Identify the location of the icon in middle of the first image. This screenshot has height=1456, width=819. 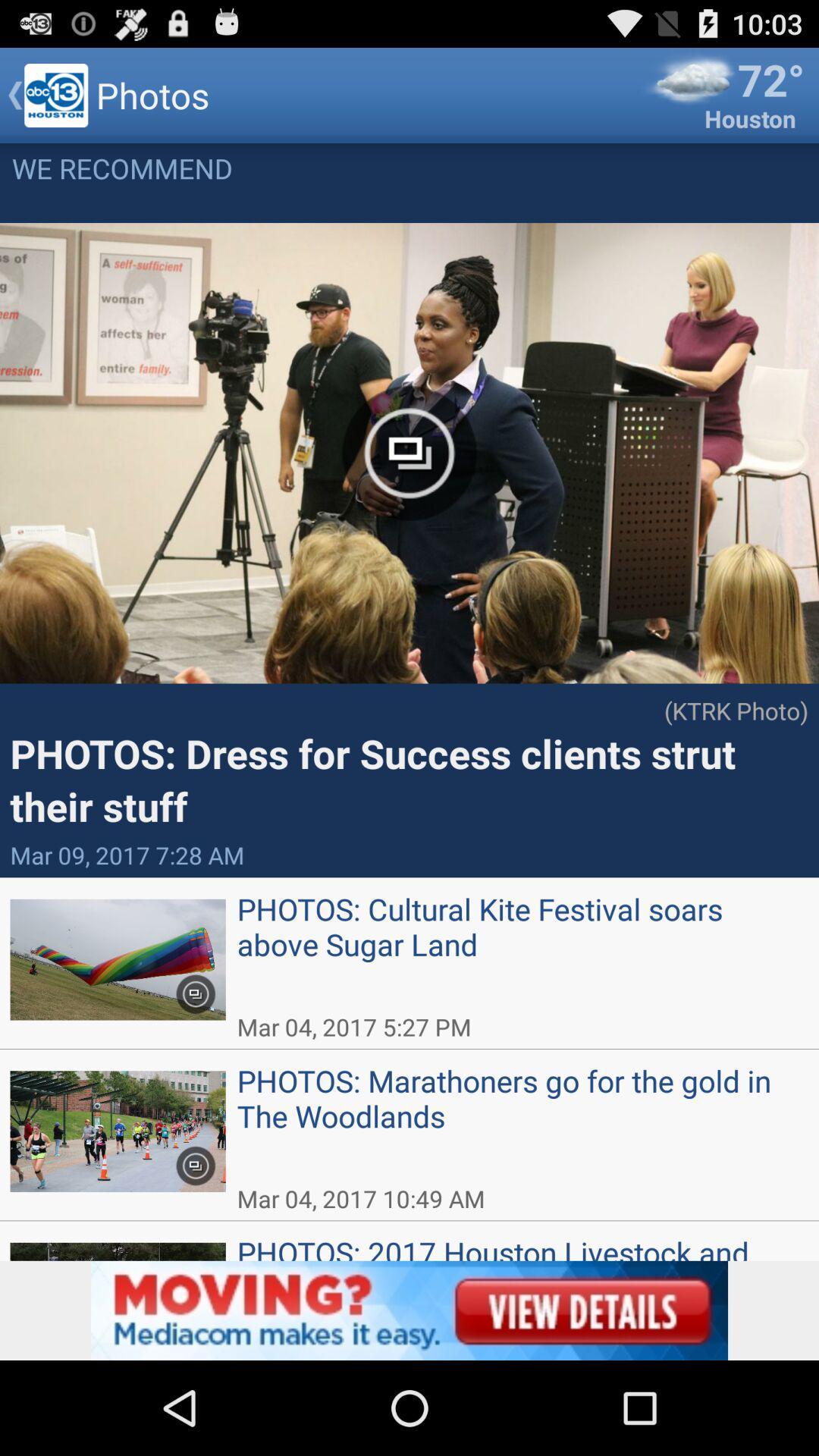
(409, 453).